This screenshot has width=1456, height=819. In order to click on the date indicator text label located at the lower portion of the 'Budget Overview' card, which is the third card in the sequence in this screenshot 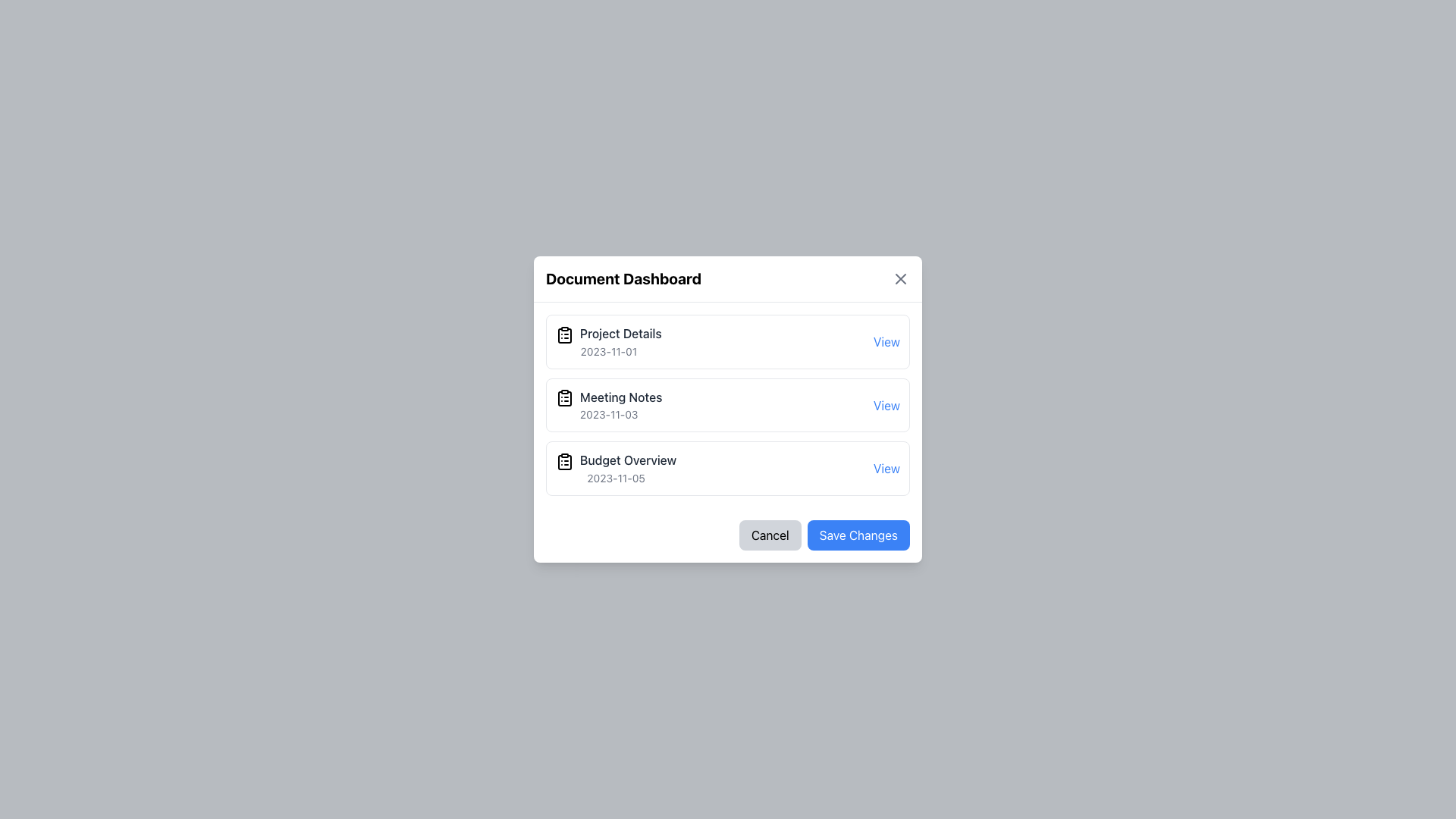, I will do `click(616, 479)`.